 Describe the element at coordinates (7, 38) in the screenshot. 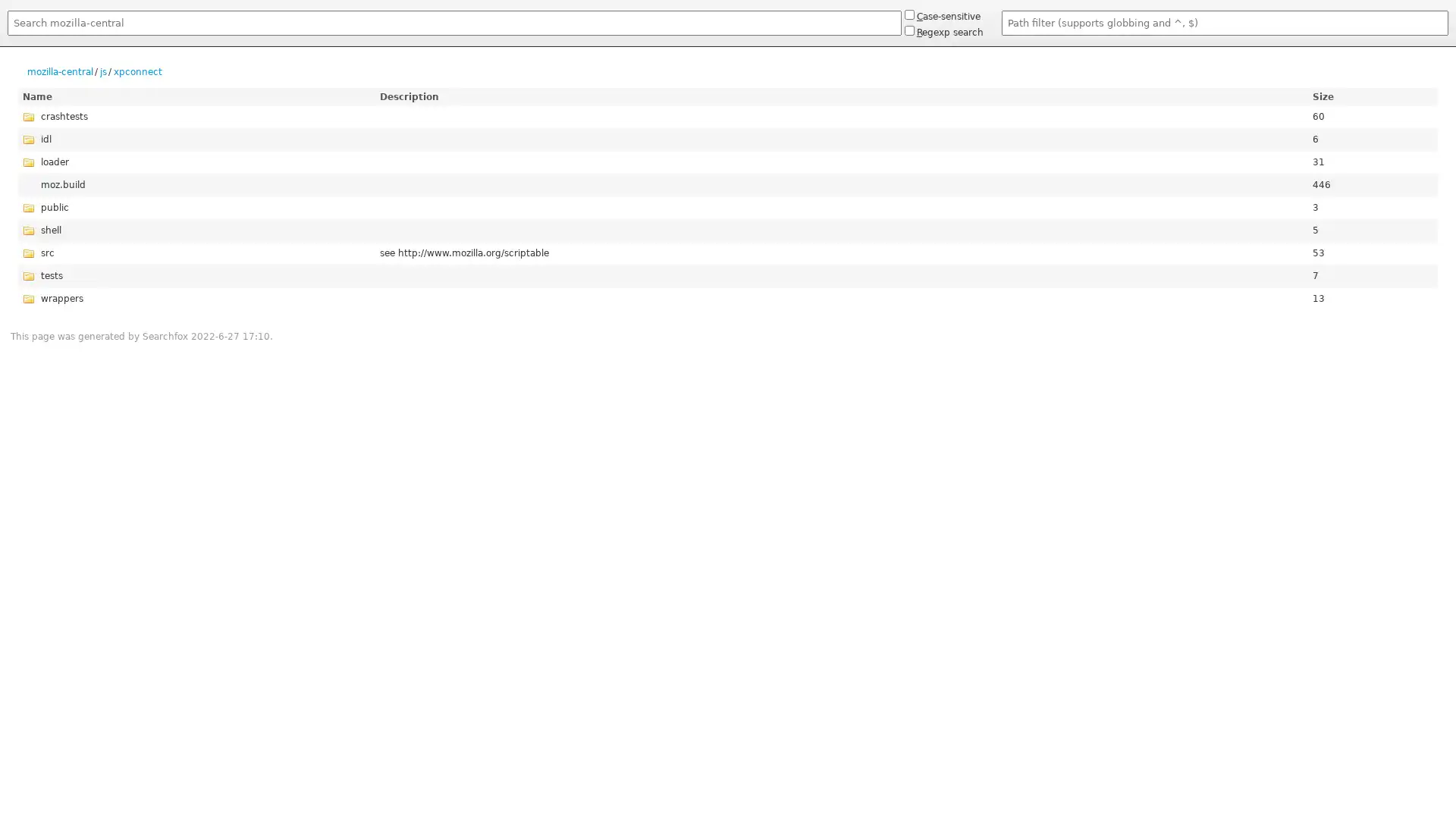

I see `Search` at that location.